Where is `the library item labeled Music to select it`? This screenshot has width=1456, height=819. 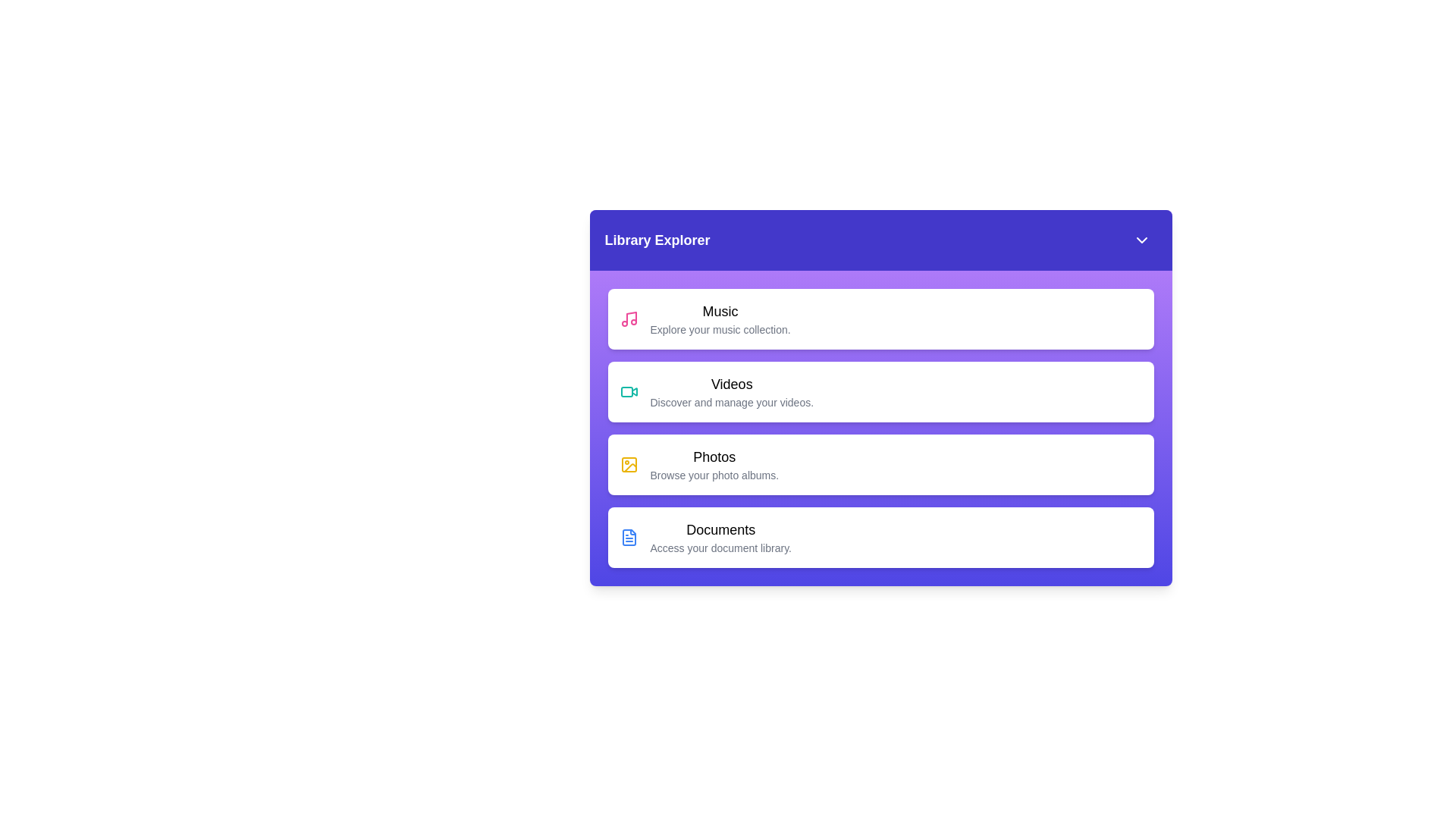
the library item labeled Music to select it is located at coordinates (880, 318).